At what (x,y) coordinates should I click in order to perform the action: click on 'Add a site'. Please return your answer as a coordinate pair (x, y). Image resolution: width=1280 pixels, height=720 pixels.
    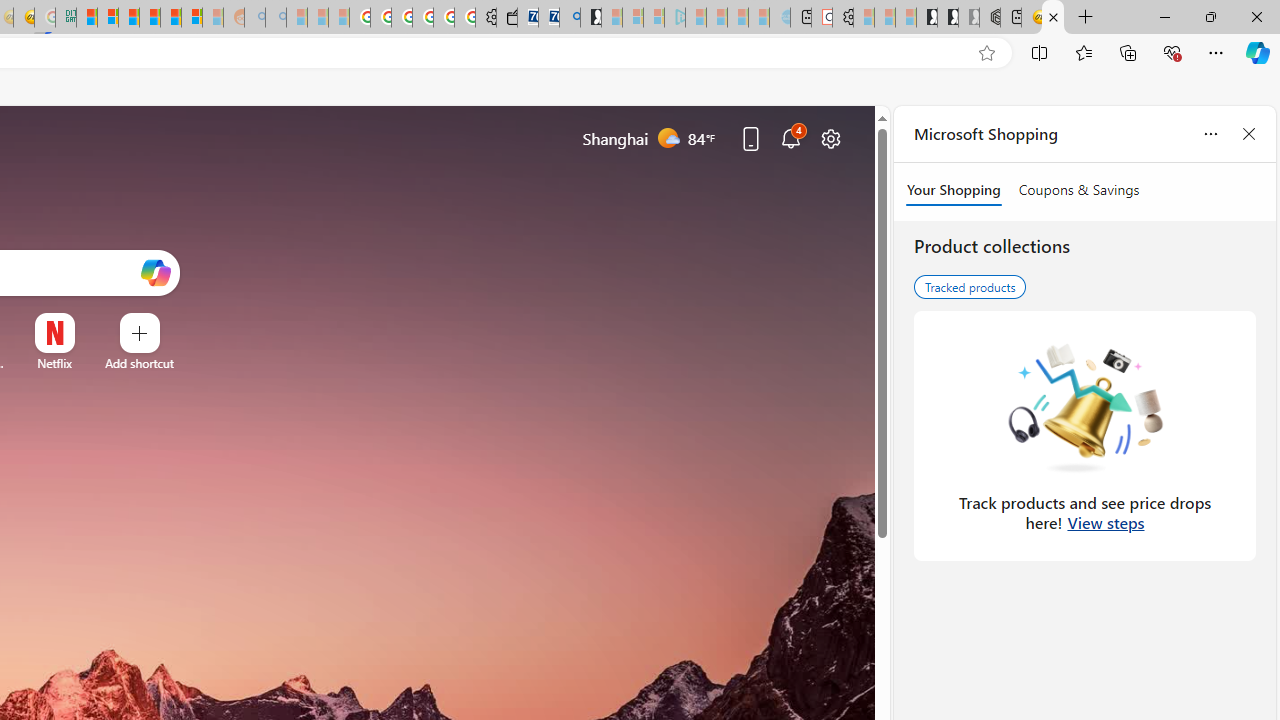
    Looking at the image, I should click on (138, 363).